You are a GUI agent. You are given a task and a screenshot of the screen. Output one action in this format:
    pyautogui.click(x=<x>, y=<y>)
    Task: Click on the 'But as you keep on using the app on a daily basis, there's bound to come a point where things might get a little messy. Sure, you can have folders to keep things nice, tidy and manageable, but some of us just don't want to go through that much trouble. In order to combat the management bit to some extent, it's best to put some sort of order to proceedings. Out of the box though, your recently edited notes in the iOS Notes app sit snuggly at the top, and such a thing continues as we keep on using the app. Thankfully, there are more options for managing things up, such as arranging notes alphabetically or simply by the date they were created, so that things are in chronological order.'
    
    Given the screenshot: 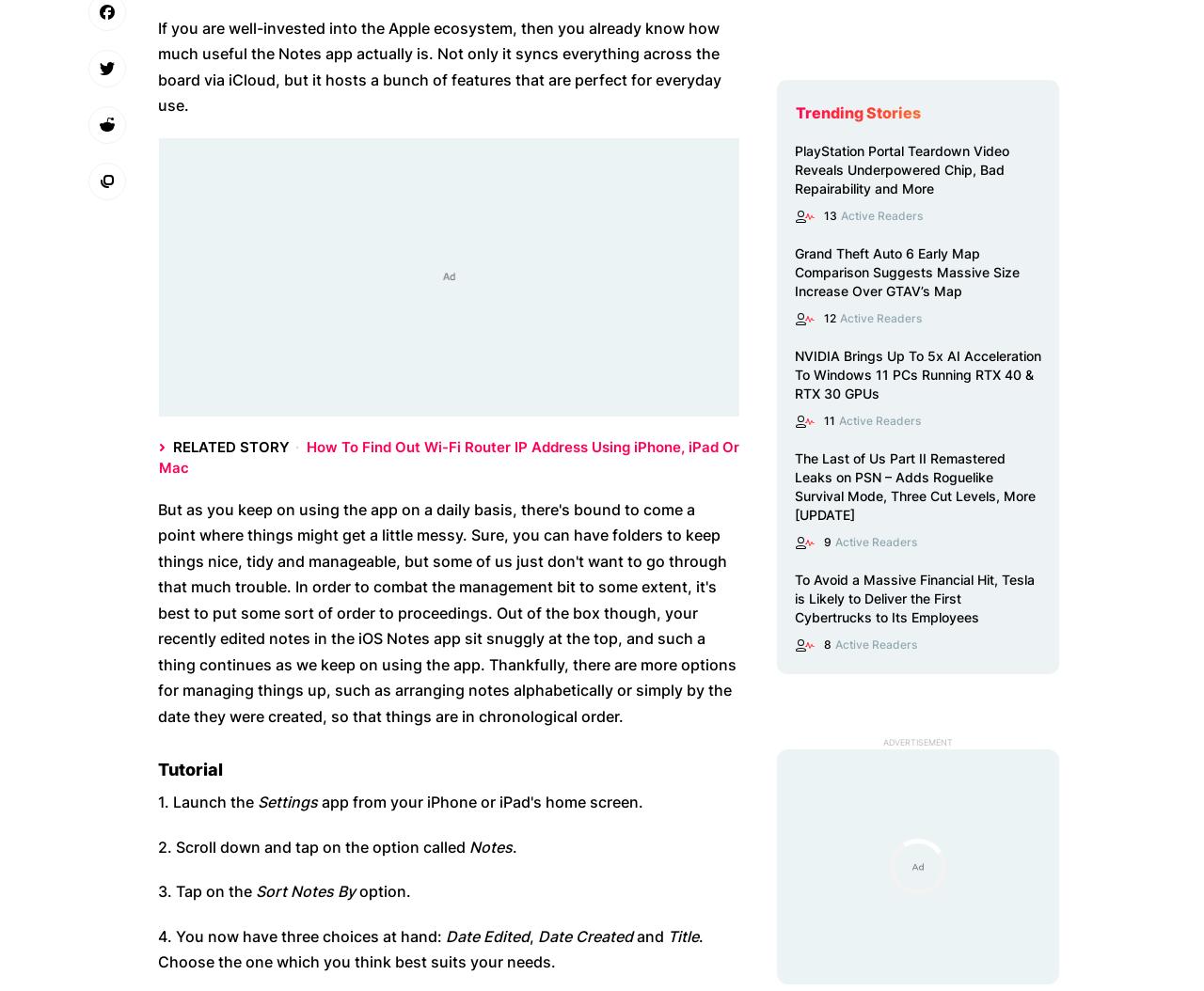 What is the action you would take?
    pyautogui.click(x=446, y=611)
    